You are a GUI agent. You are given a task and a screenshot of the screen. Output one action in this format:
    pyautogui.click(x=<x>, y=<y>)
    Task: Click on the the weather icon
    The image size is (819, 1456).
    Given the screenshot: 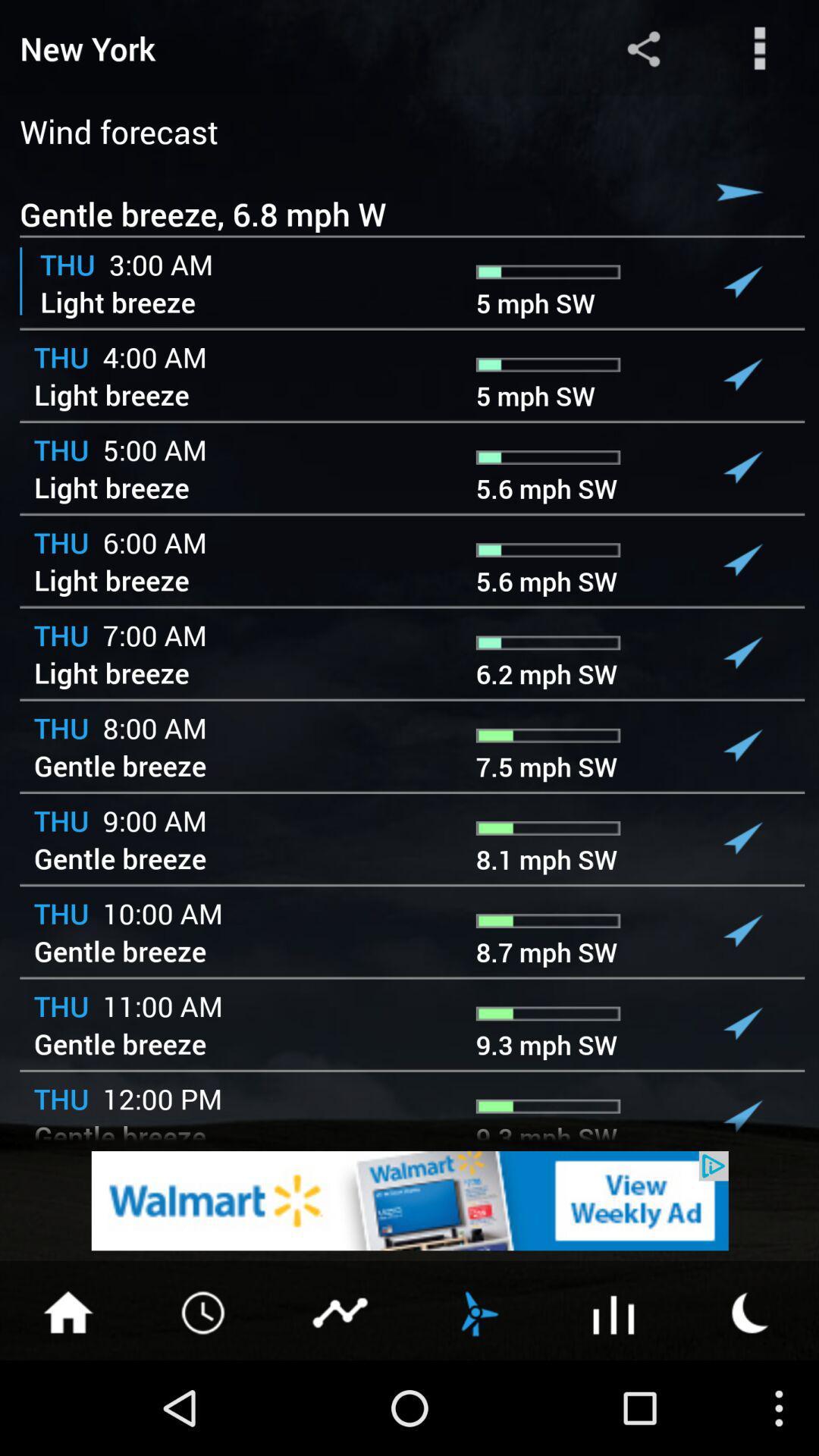 What is the action you would take?
    pyautogui.click(x=476, y=1402)
    